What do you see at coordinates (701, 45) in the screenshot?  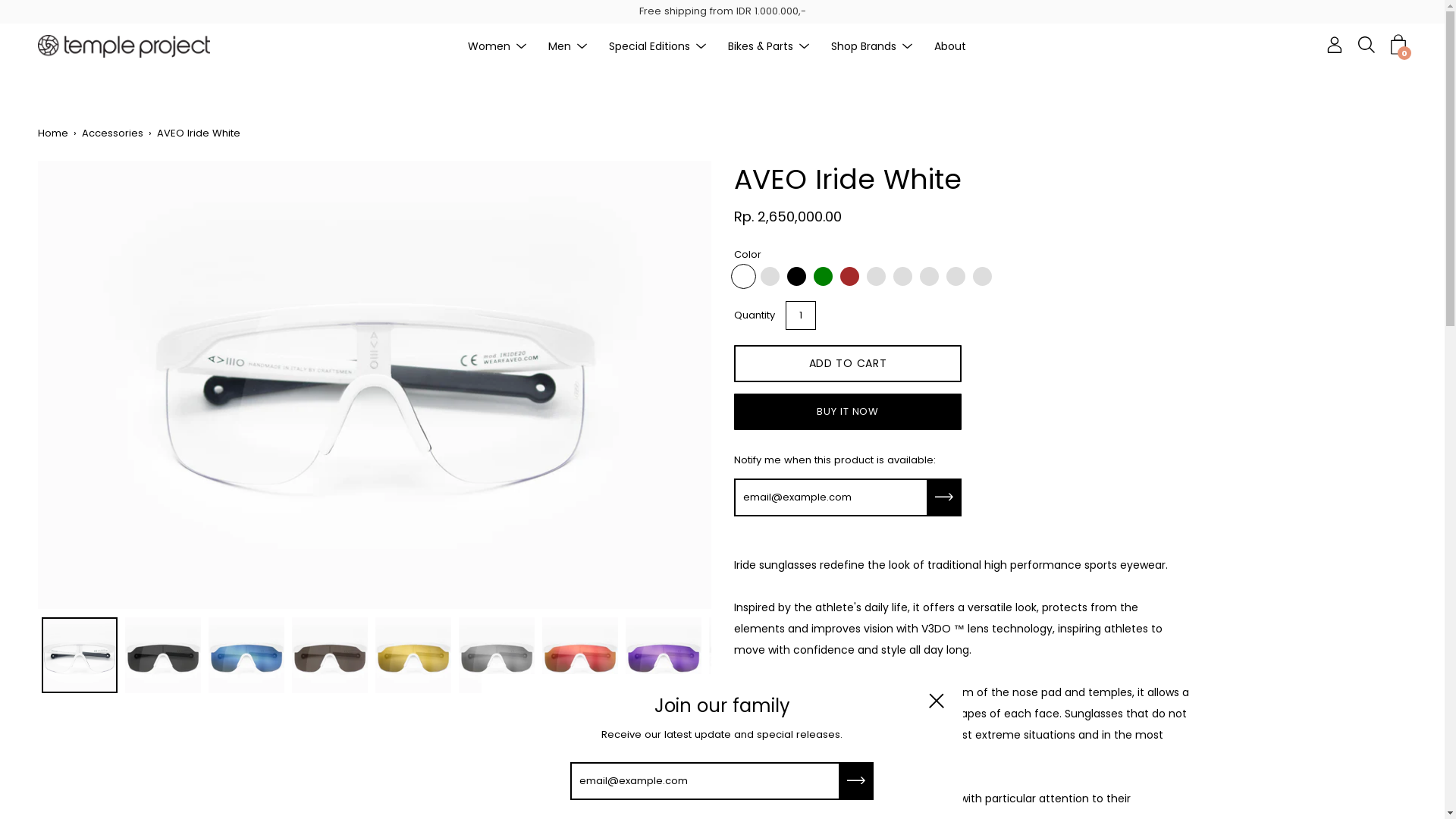 I see `'Show submenu'` at bounding box center [701, 45].